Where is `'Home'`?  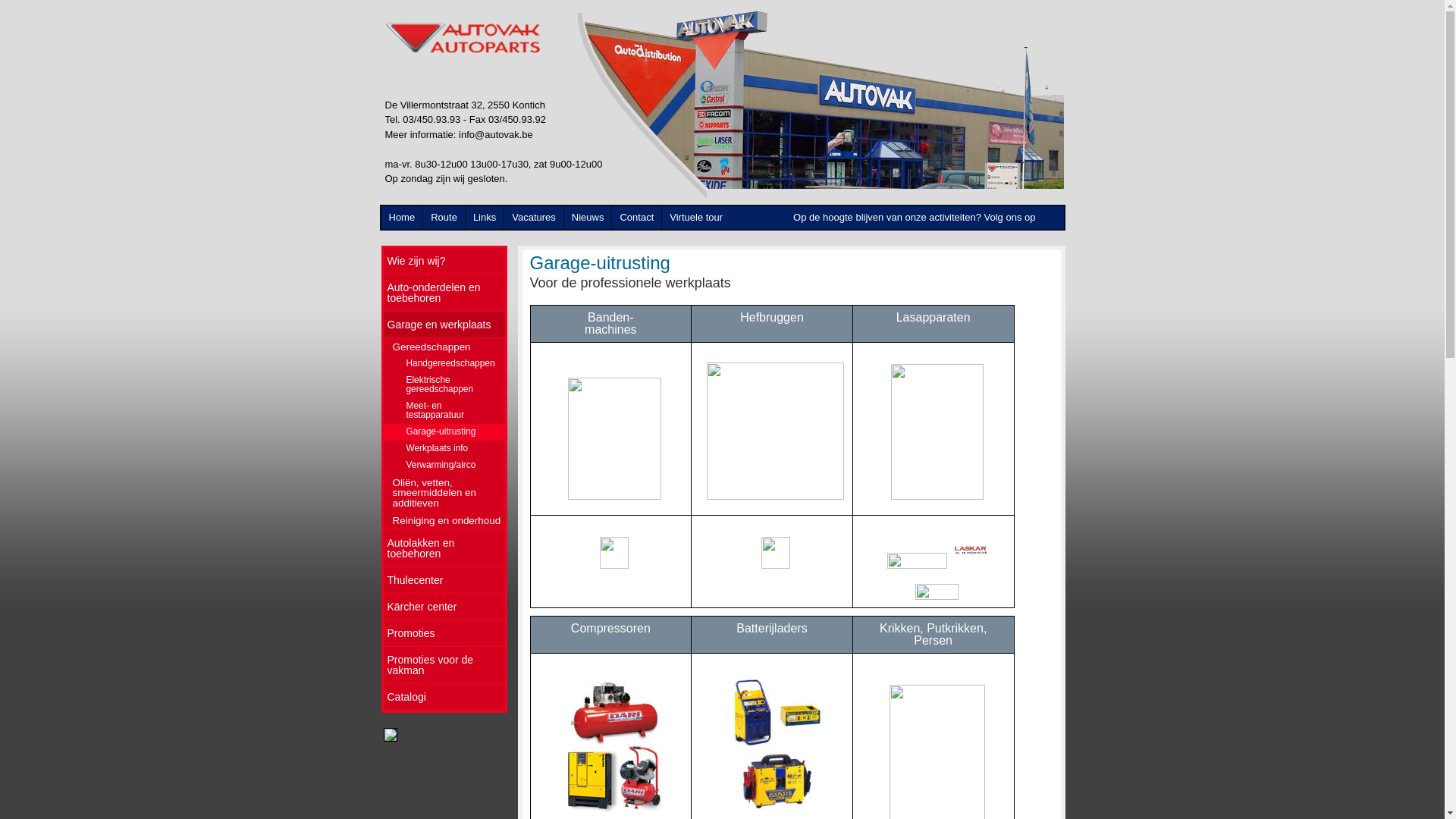 'Home' is located at coordinates (401, 218).